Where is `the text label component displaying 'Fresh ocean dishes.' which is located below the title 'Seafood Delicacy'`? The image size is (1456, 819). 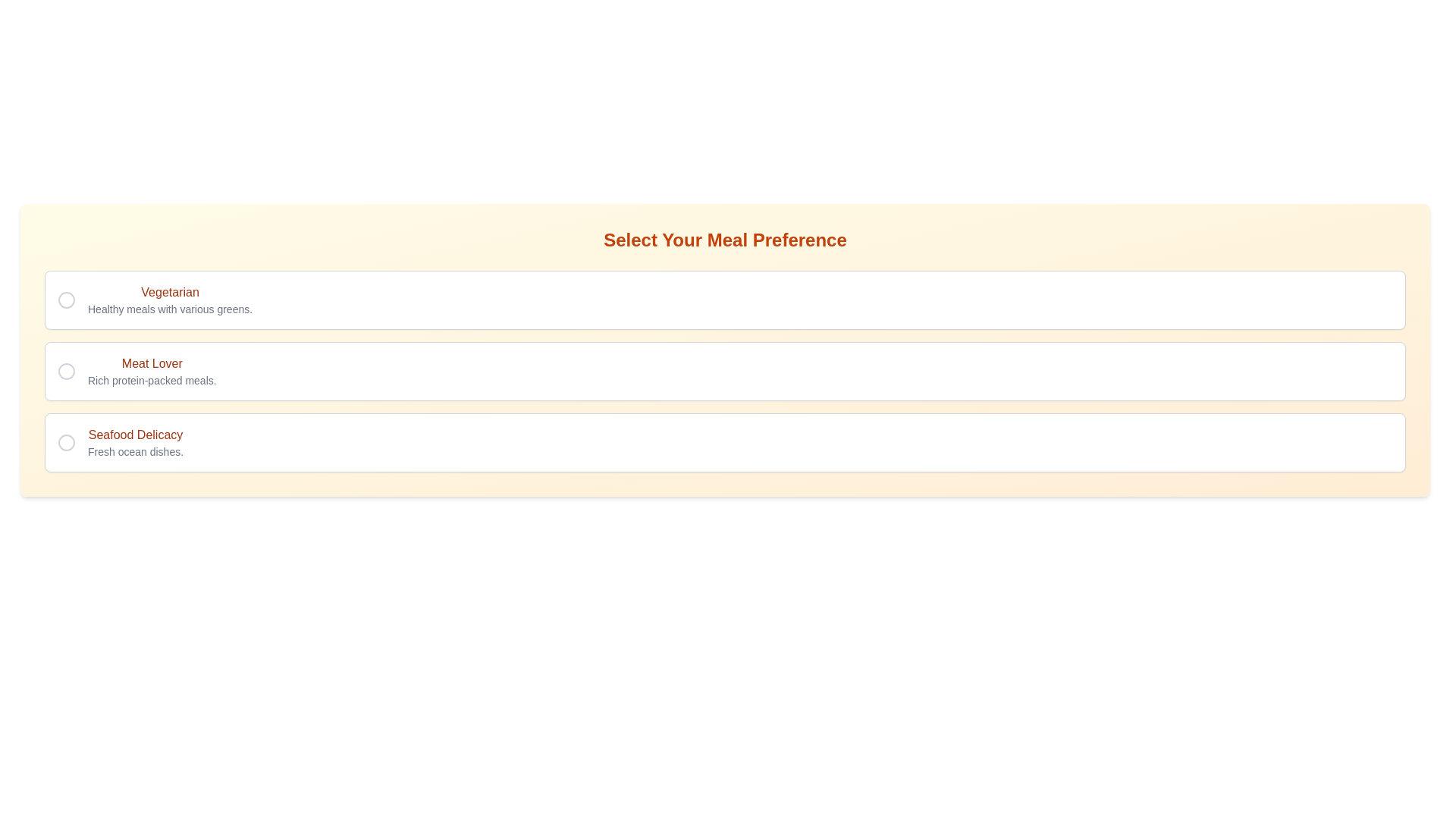
the text label component displaying 'Fresh ocean dishes.' which is located below the title 'Seafood Delicacy' is located at coordinates (135, 451).